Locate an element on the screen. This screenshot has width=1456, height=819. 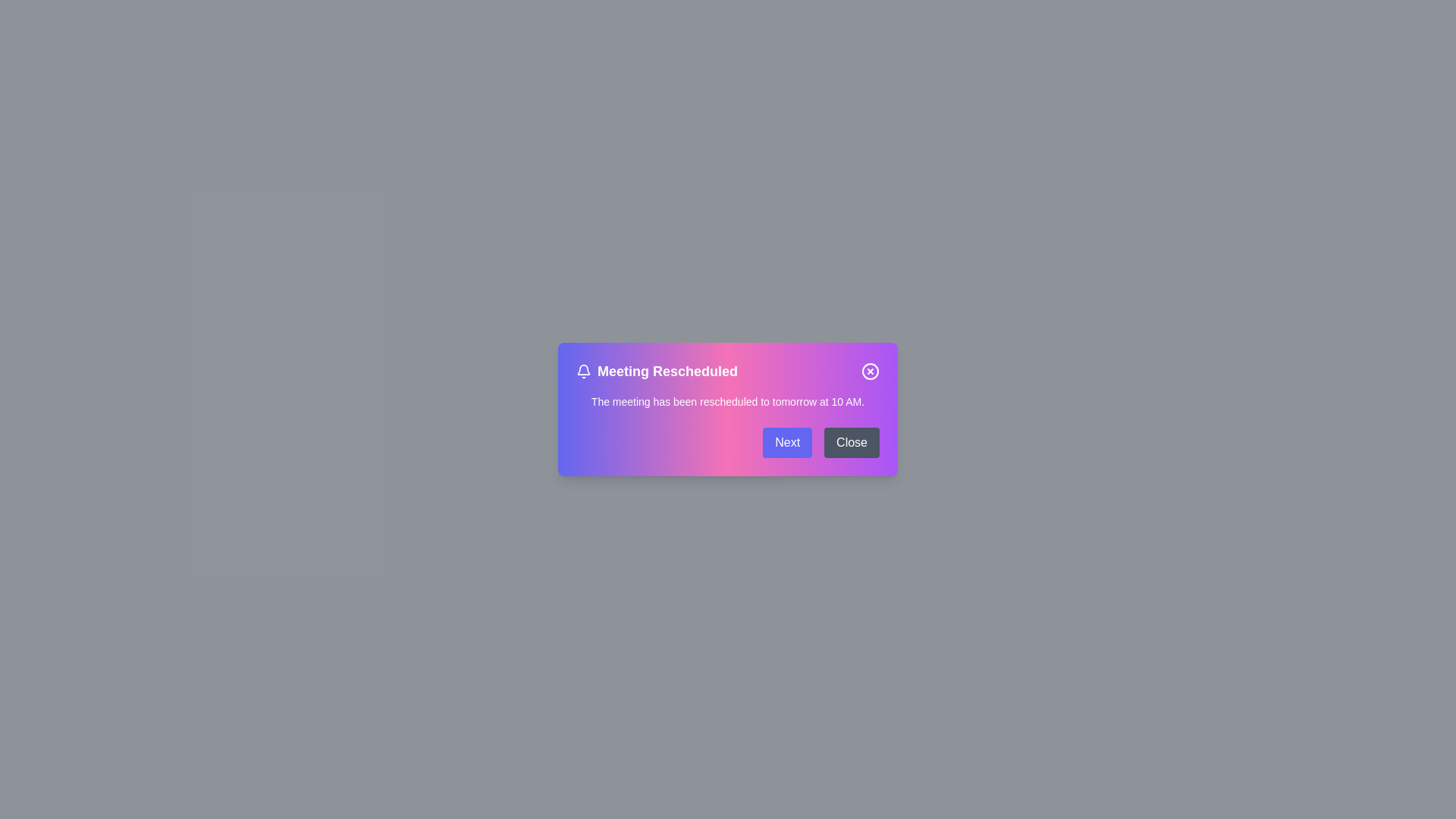
the 'Next' button to navigate to the next notification is located at coordinates (786, 442).